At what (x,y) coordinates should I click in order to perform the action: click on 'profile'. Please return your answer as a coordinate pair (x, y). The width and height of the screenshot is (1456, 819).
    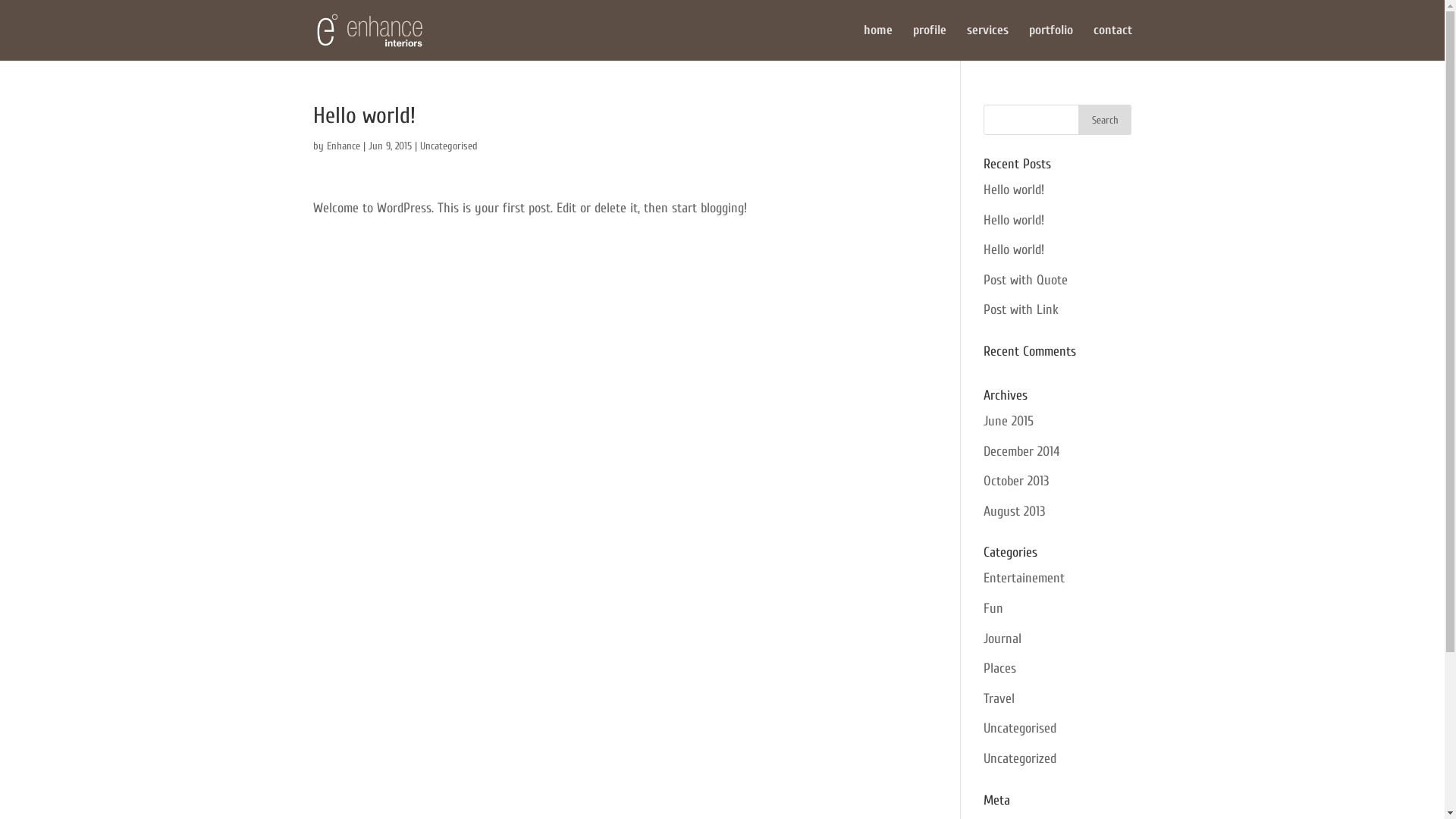
    Looking at the image, I should click on (912, 42).